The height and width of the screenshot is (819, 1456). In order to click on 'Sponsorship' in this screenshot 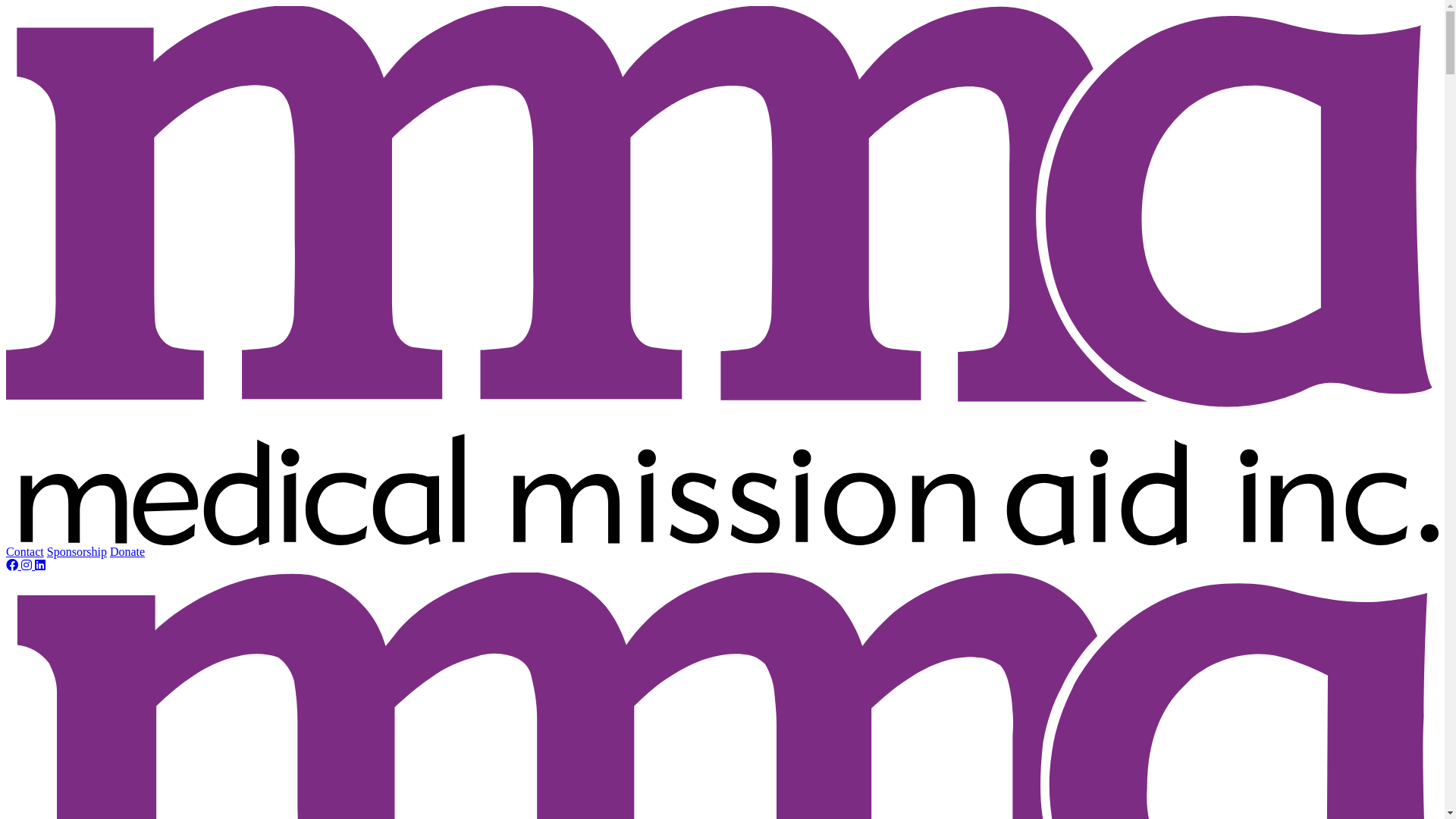, I will do `click(76, 551)`.